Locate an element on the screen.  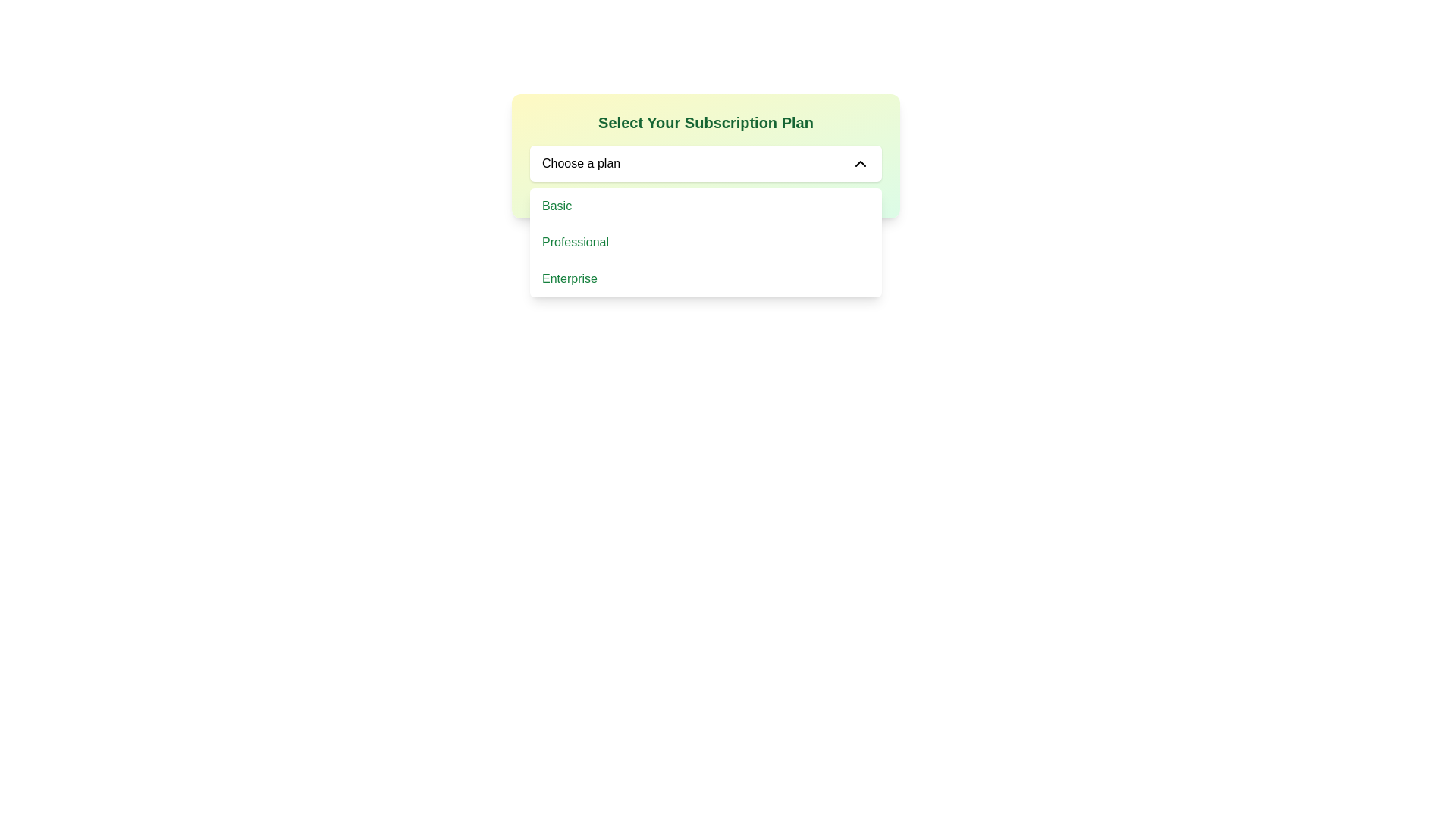
the 'Enterprise' plan option in the dropdown menu for selecting a subscription plan is located at coordinates (569, 278).